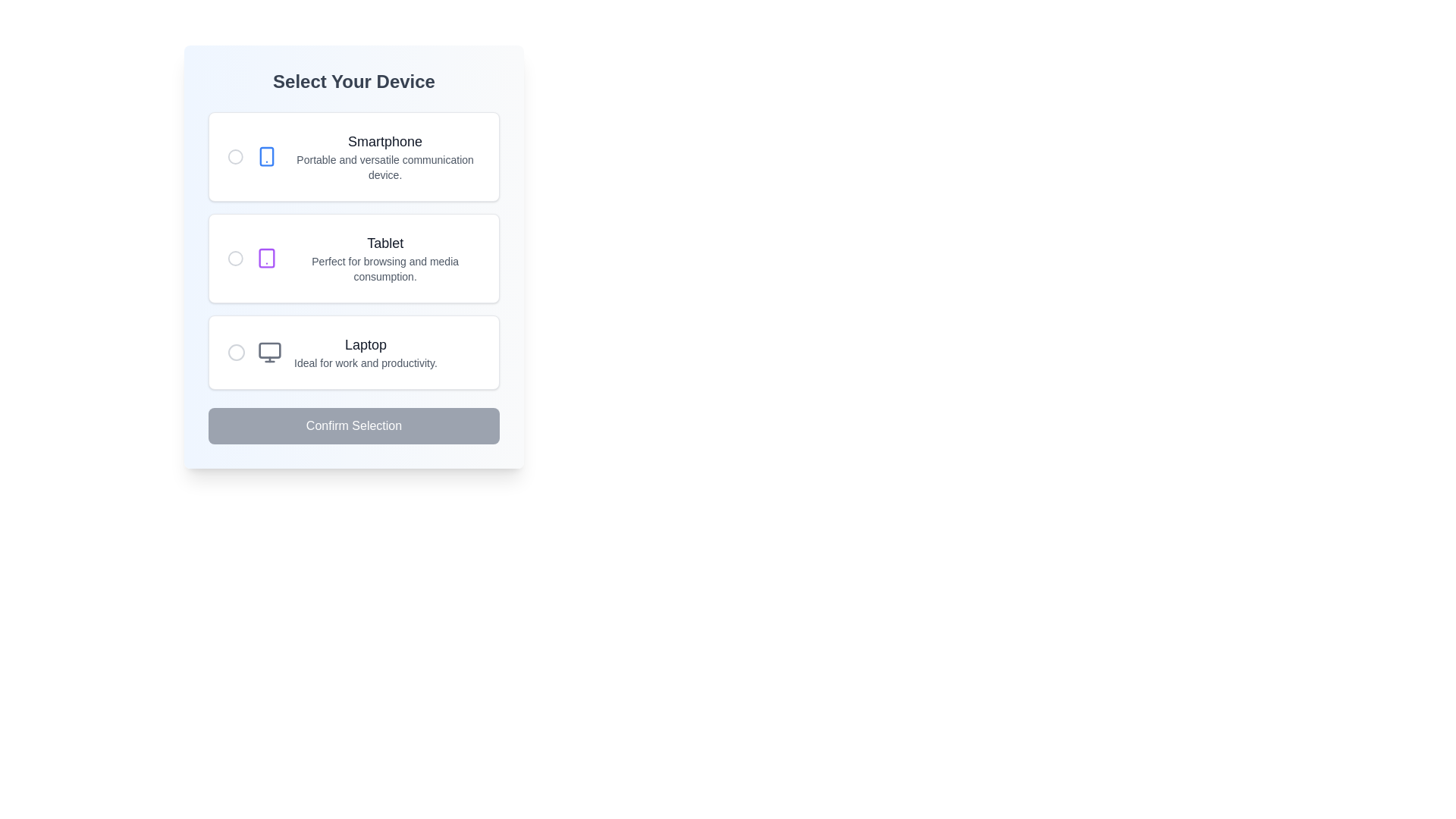  What do you see at coordinates (269, 350) in the screenshot?
I see `the small rectangle with rounded corners located inside the monitor icon representing the 'Laptop' selection option` at bounding box center [269, 350].